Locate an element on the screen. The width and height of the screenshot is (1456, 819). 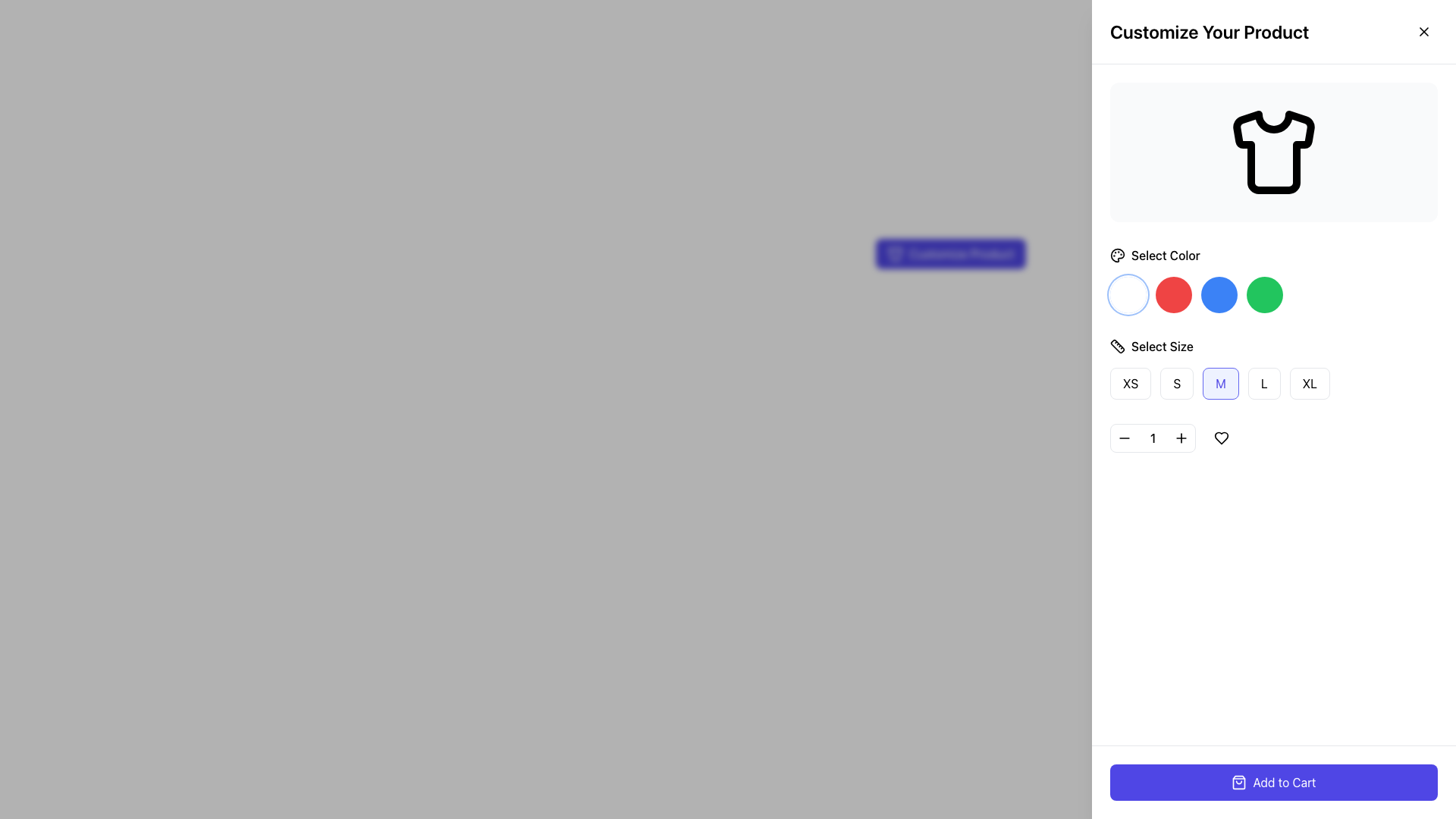
the painter's palette icon located to the immediate left of the 'Select Color' text in the right sidebar of the user interface is located at coordinates (1117, 254).